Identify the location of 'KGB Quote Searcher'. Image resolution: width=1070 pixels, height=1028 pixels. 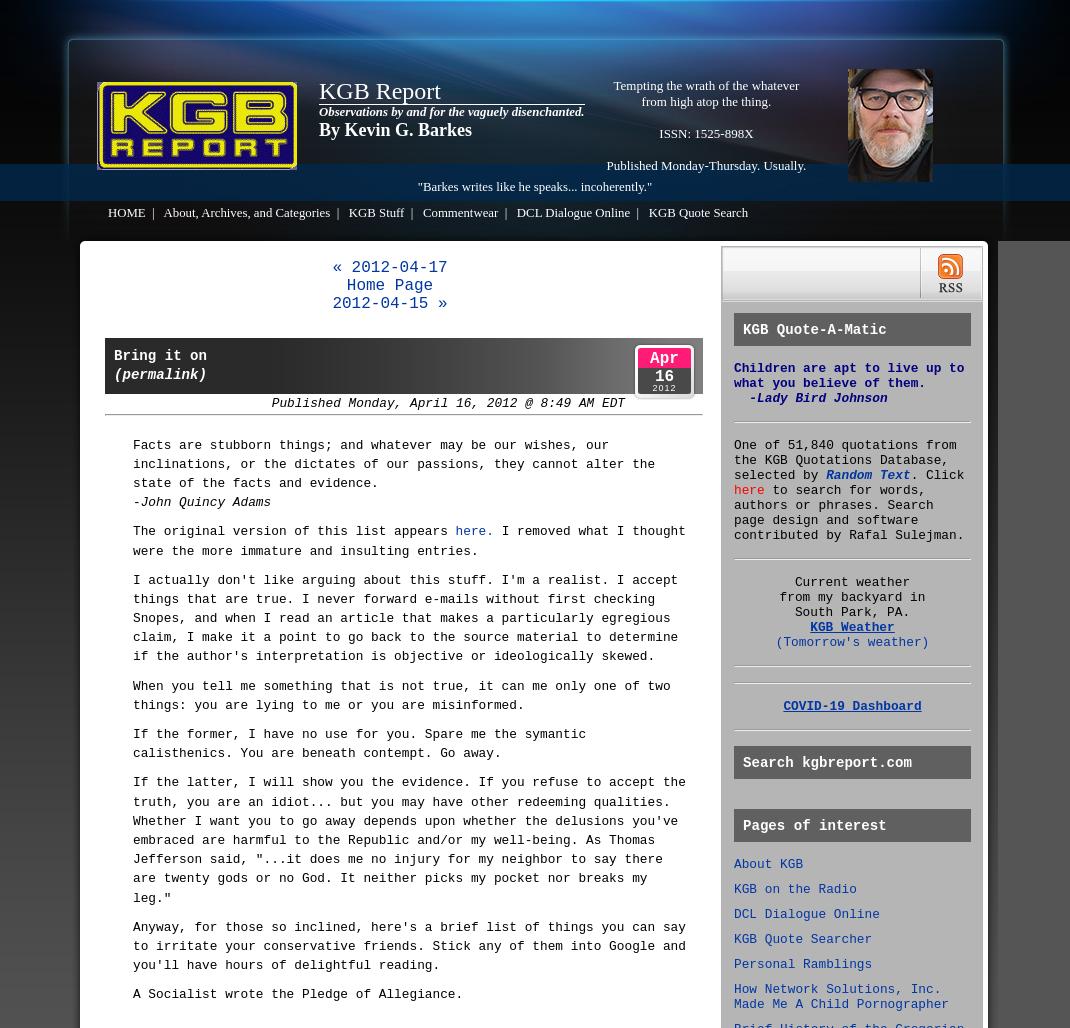
(803, 939).